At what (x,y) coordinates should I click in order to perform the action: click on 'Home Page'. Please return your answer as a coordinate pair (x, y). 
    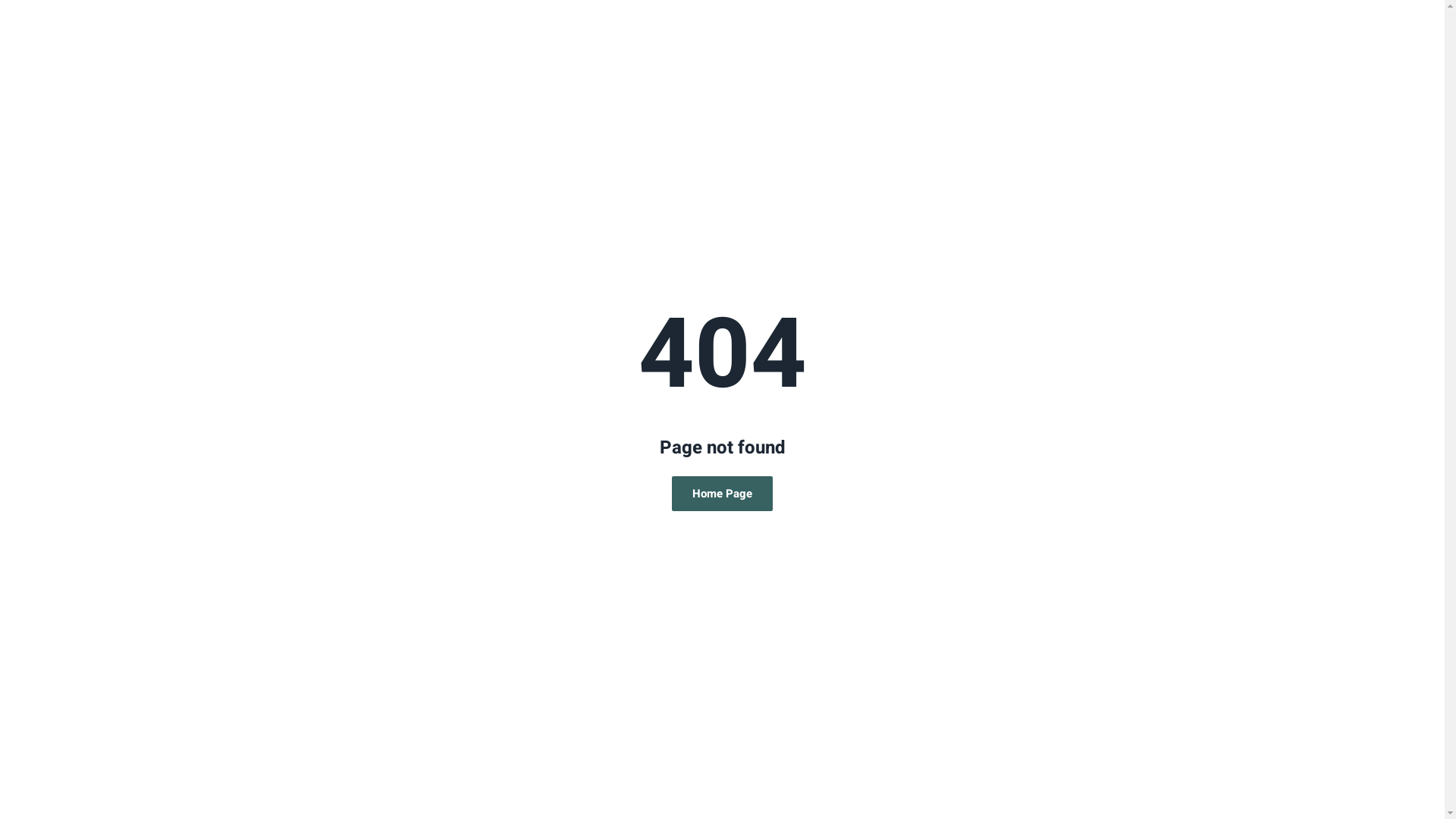
    Looking at the image, I should click on (671, 494).